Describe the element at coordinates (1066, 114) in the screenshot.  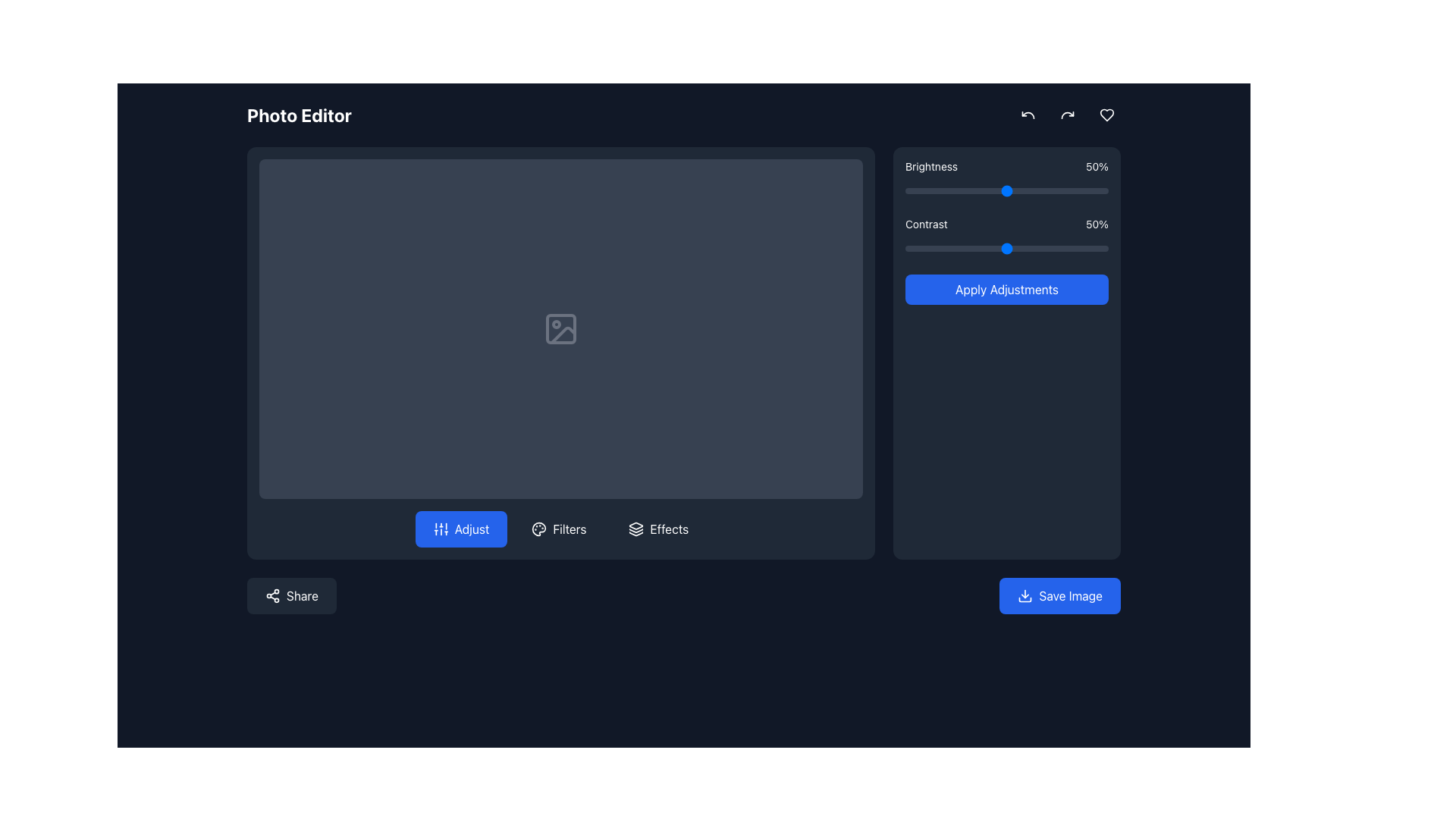
I see `the redo button, which is located in the upper right corner of the interface, next to the undo icon on the left and the heart icon on the right` at that location.